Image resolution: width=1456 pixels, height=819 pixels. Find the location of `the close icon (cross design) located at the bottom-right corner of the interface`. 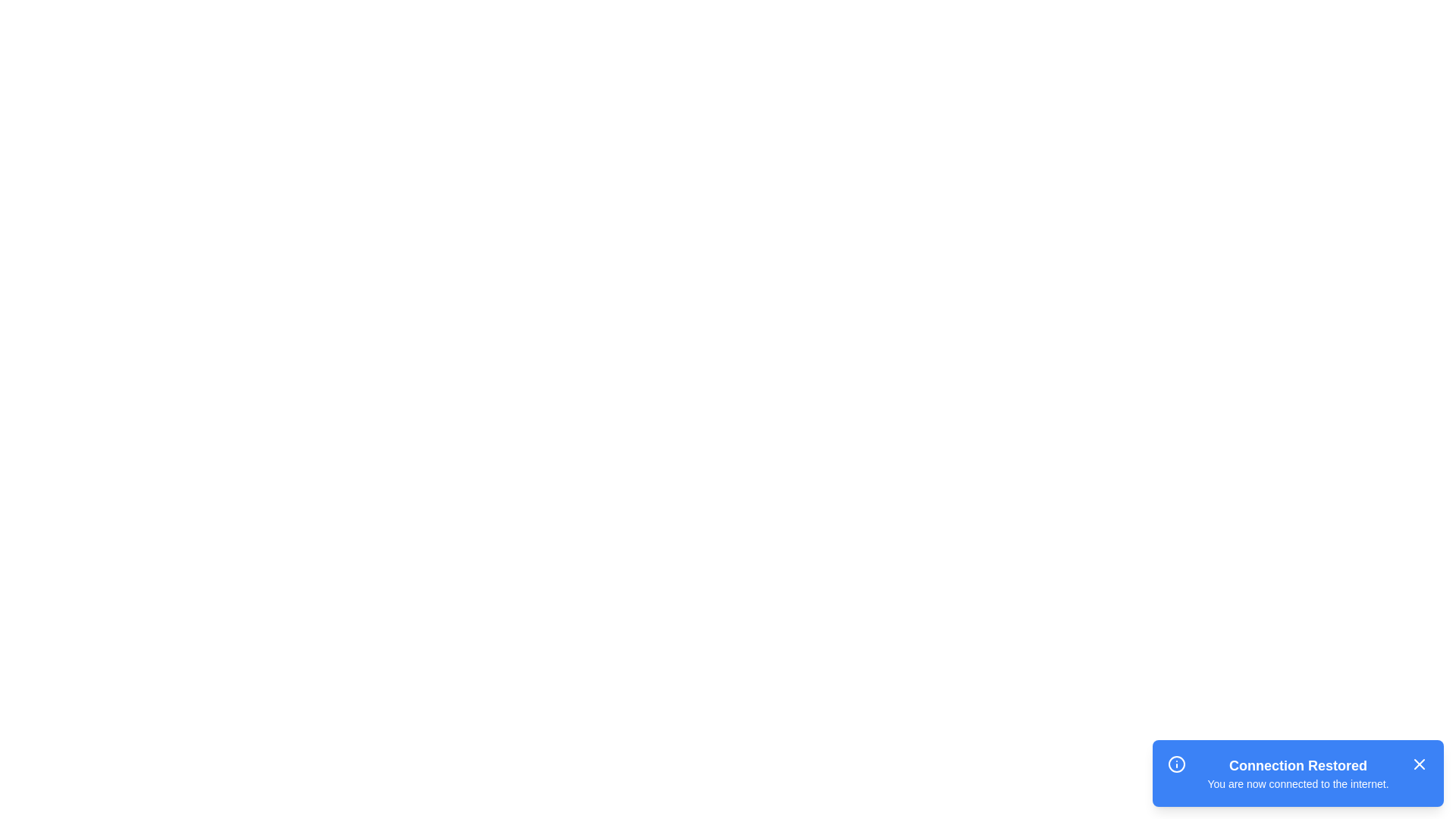

the close icon (cross design) located at the bottom-right corner of the interface is located at coordinates (1419, 764).